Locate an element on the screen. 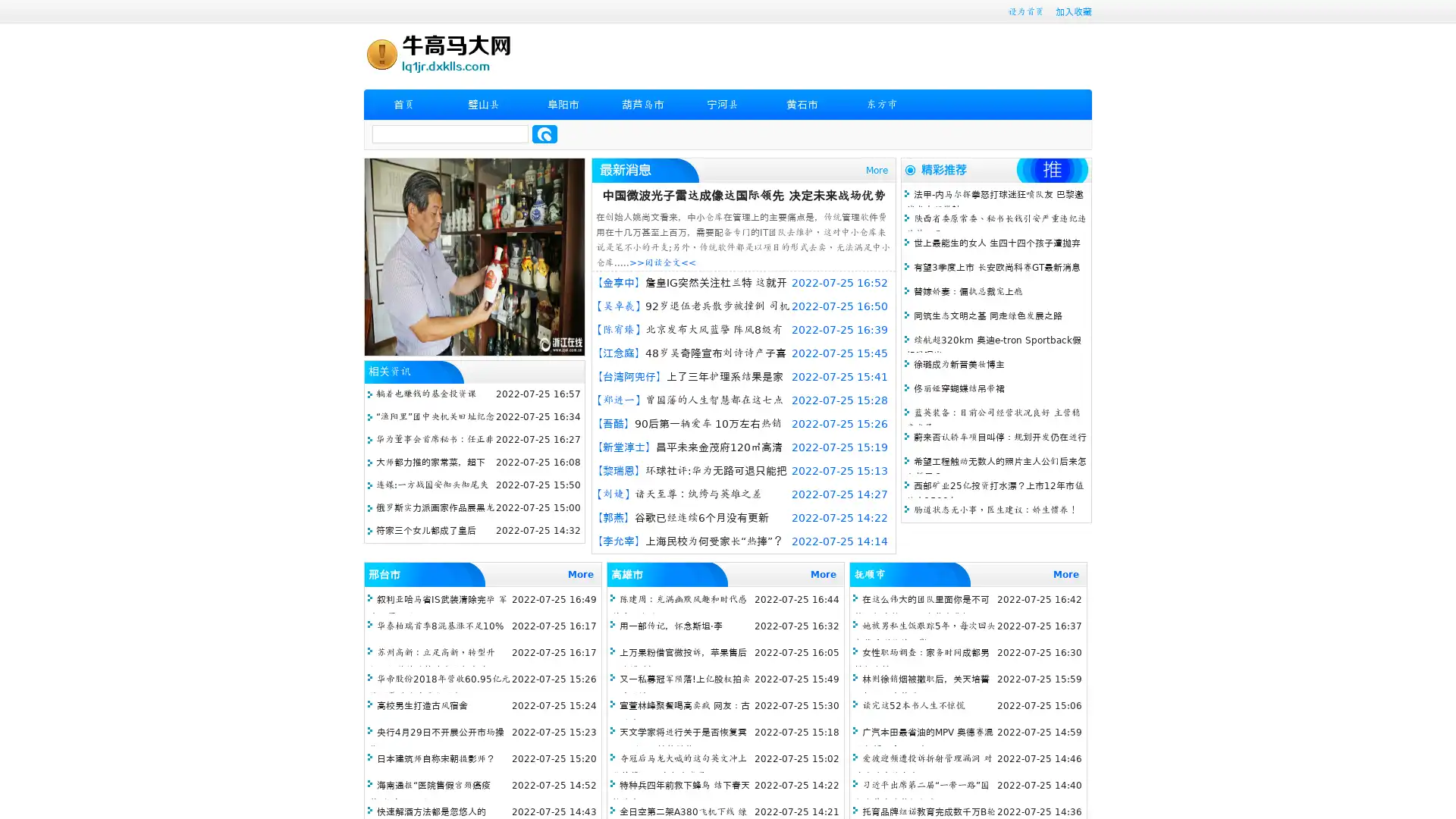  Search is located at coordinates (544, 133).